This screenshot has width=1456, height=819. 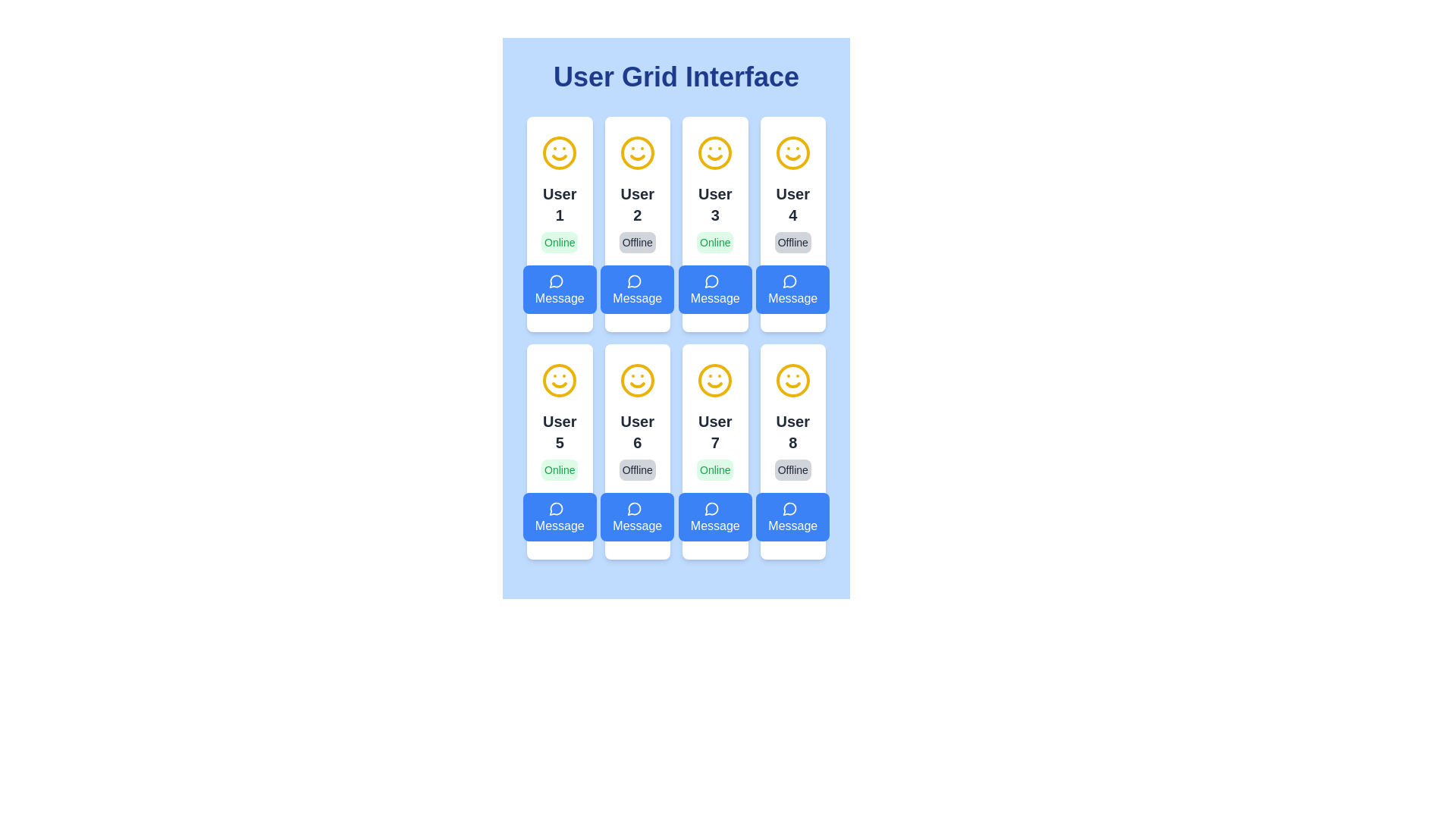 What do you see at coordinates (559, 516) in the screenshot?
I see `the 'Message' button located at the bottom of the user card for 'User 5' to initiate a messaging interaction` at bounding box center [559, 516].